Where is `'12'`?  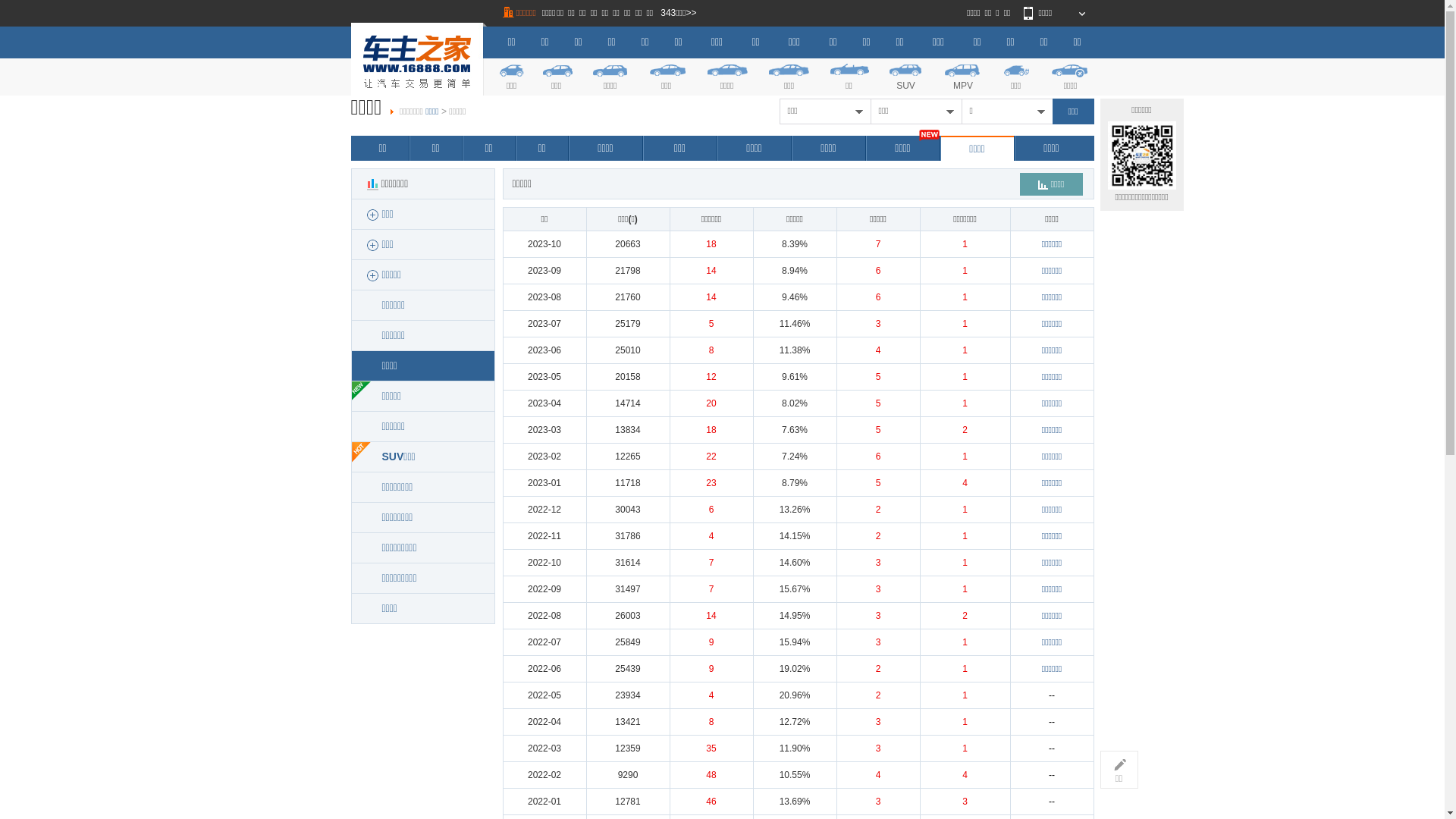
'12' is located at coordinates (710, 376).